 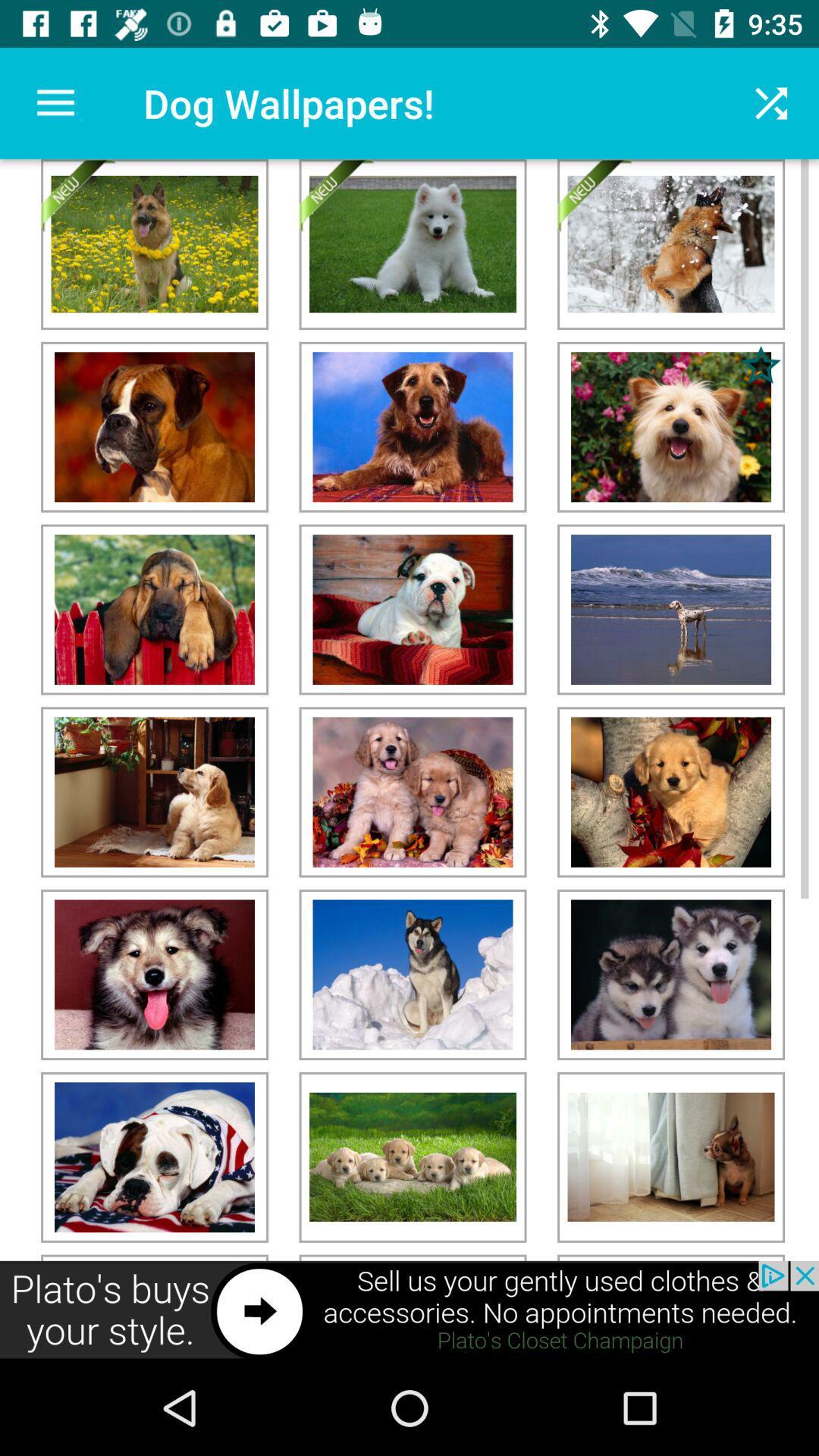 What do you see at coordinates (409, 1310) in the screenshot?
I see `open advertisement` at bounding box center [409, 1310].